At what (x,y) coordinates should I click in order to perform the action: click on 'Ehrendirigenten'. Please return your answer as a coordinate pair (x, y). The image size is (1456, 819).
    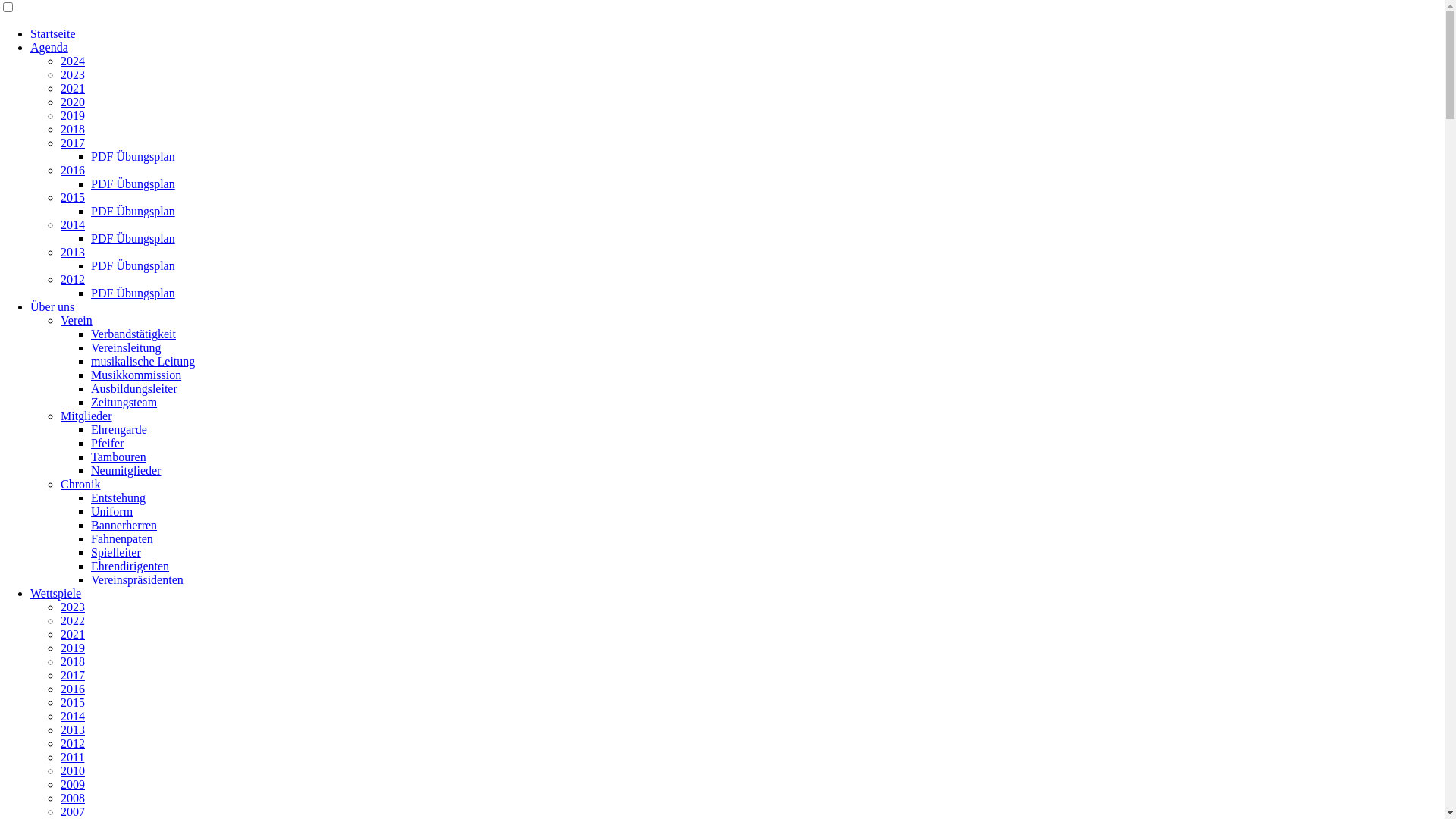
    Looking at the image, I should click on (130, 566).